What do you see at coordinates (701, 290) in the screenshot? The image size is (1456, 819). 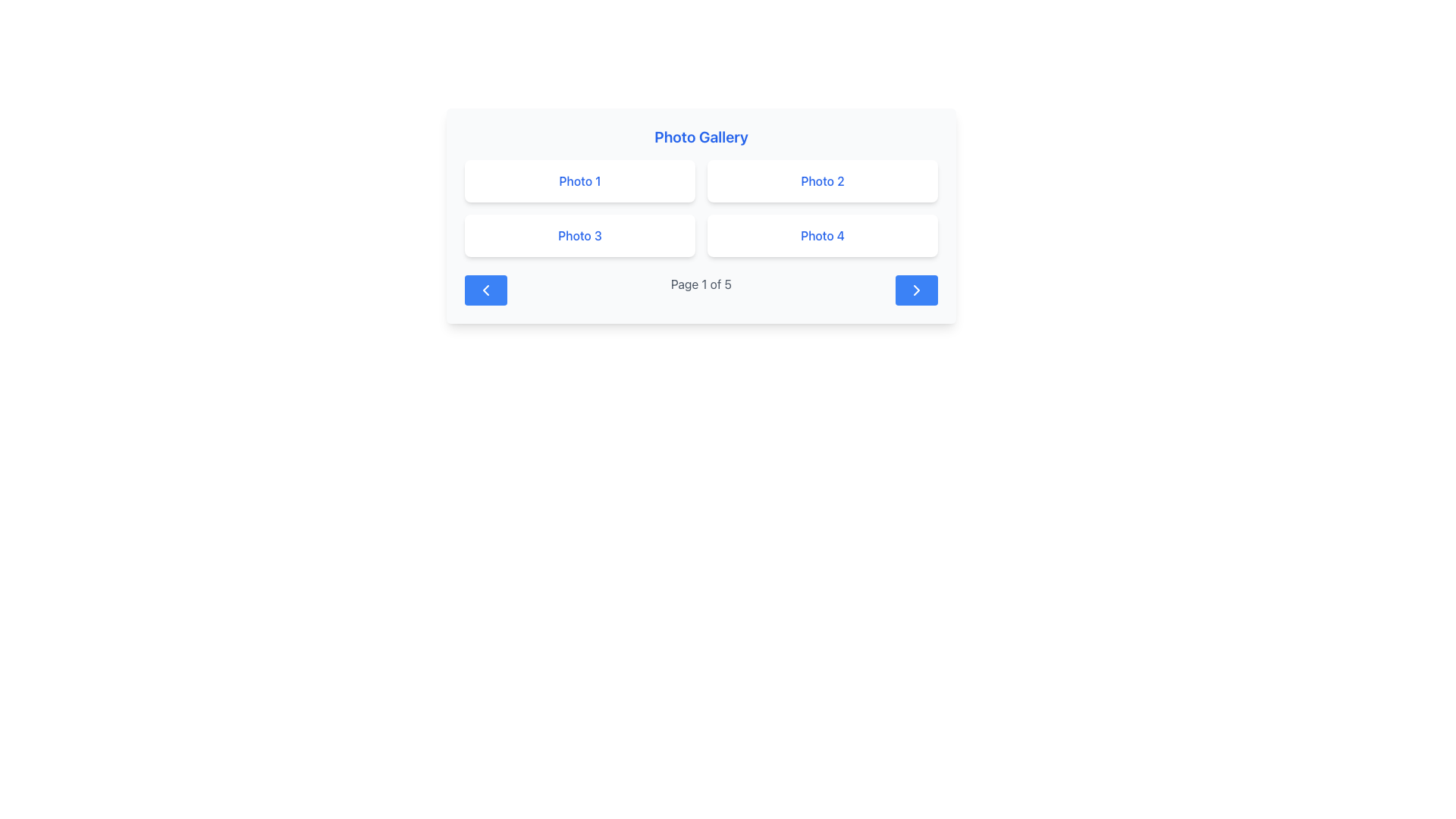 I see `the text label displaying 'Page 1 of 5', which is styled with a gray font color and located centrally in the bottom horizontal navigation control` at bounding box center [701, 290].